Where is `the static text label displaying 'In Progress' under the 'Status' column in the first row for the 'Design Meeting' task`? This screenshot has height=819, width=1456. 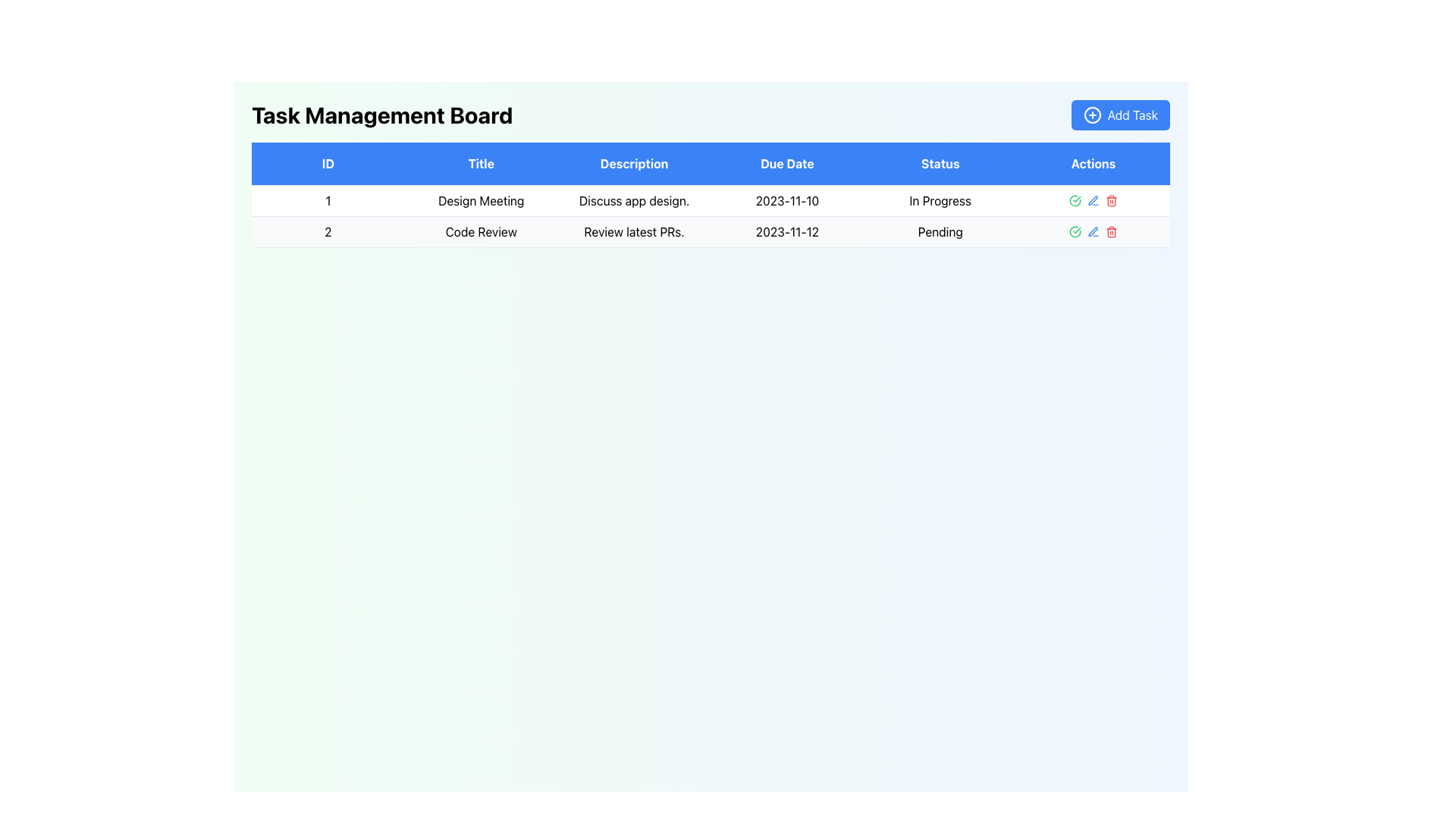
the static text label displaying 'In Progress' under the 'Status' column in the first row for the 'Design Meeting' task is located at coordinates (940, 200).